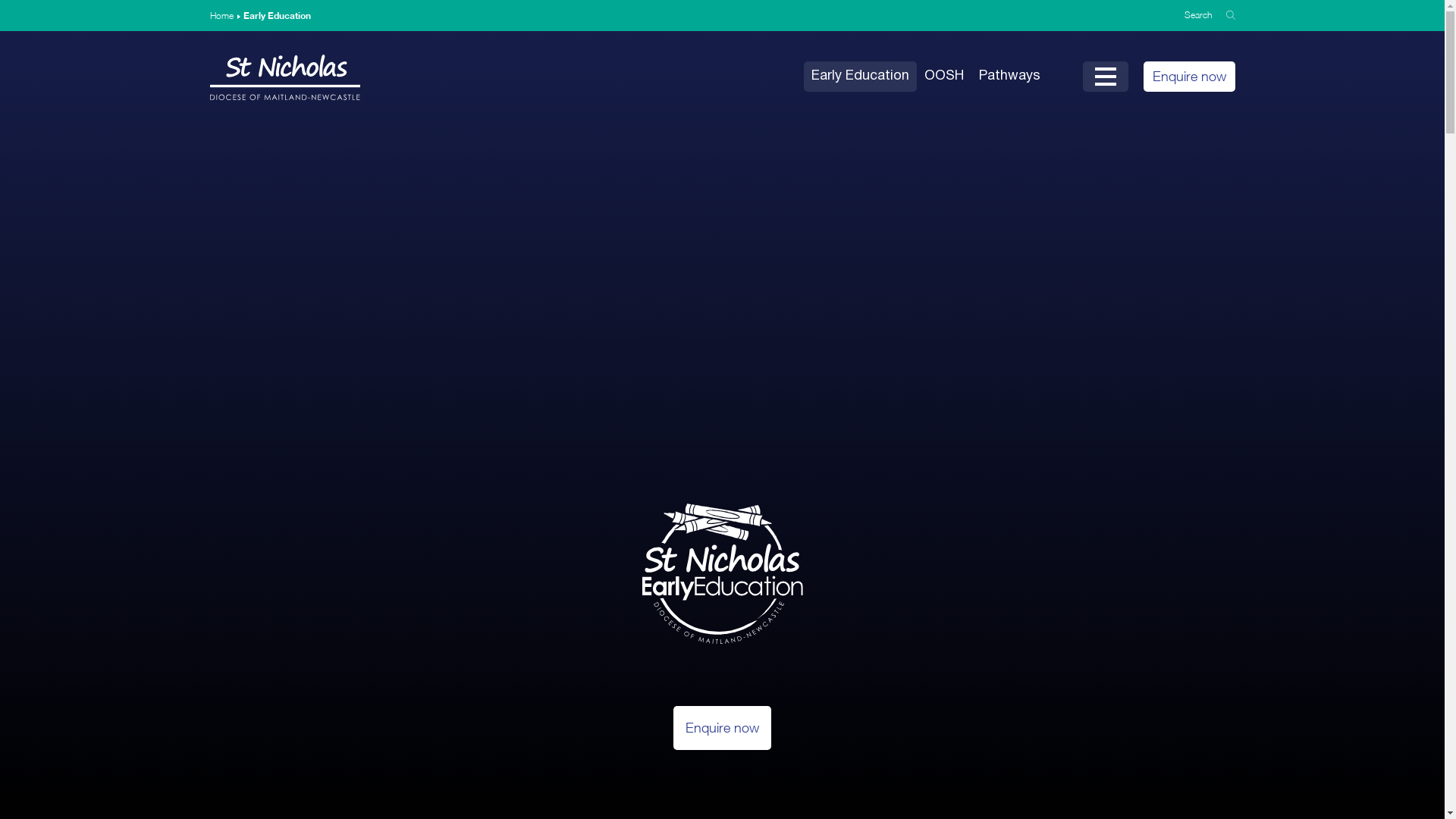  Describe the element at coordinates (208, 15) in the screenshot. I see `'Home'` at that location.